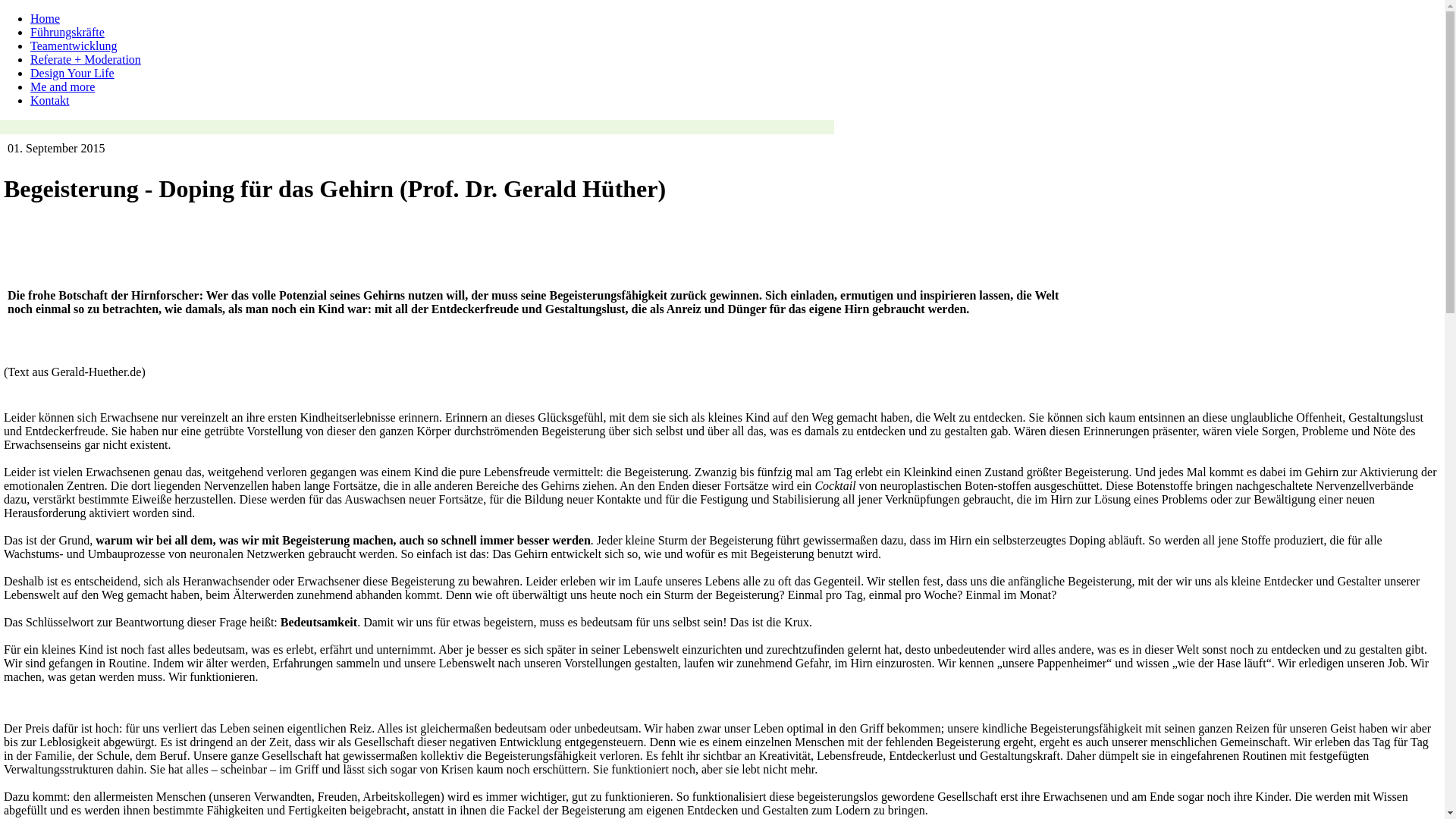 The width and height of the screenshot is (1456, 819). Describe the element at coordinates (71, 73) in the screenshot. I see `'Design Your Life'` at that location.